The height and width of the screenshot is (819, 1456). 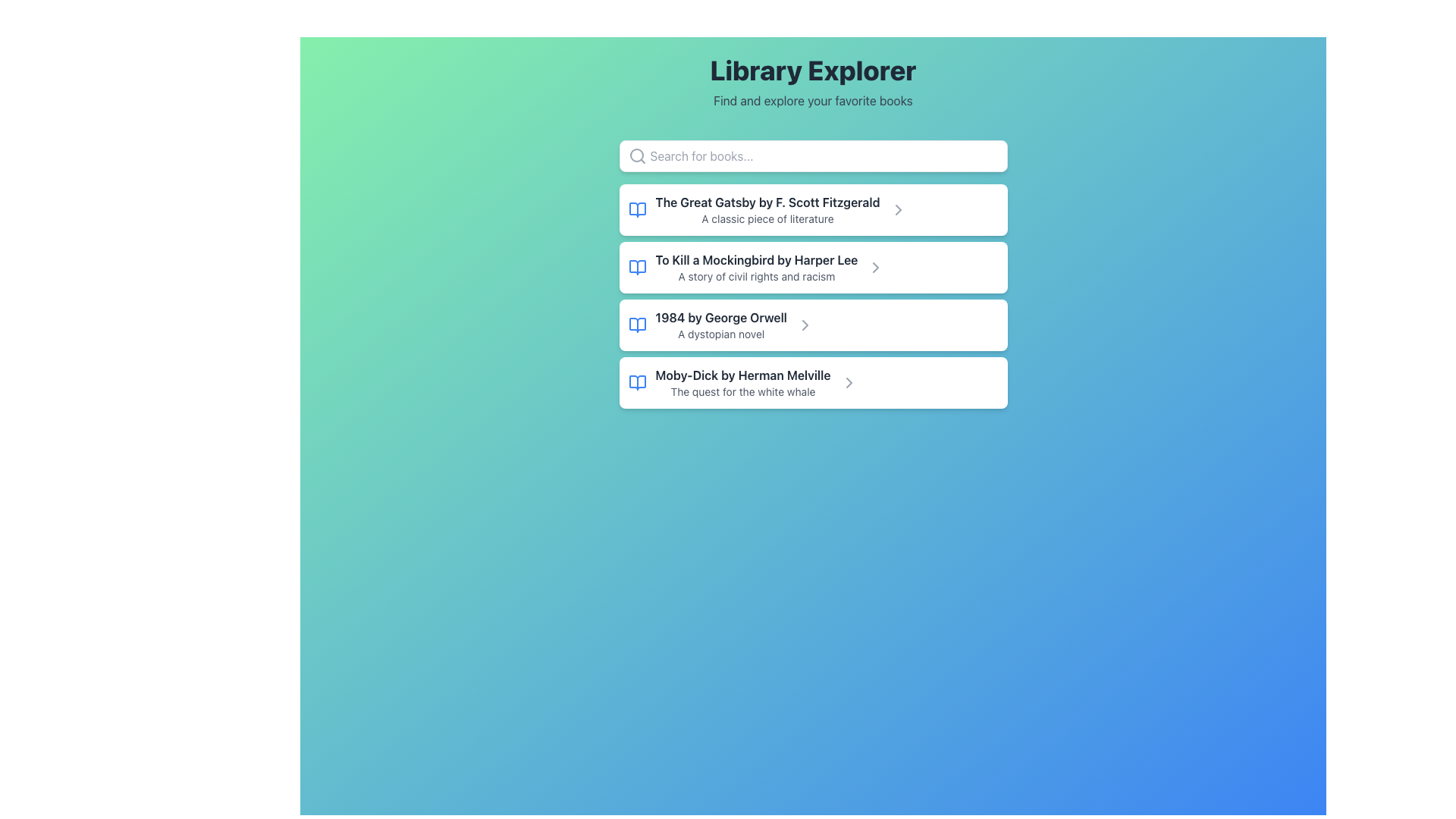 What do you see at coordinates (812, 210) in the screenshot?
I see `the first list item displaying the book 'The Great Gatsby by F. Scott Fitzgerald', which includes a blue book icon on the left and a gray chevron icon on the right` at bounding box center [812, 210].